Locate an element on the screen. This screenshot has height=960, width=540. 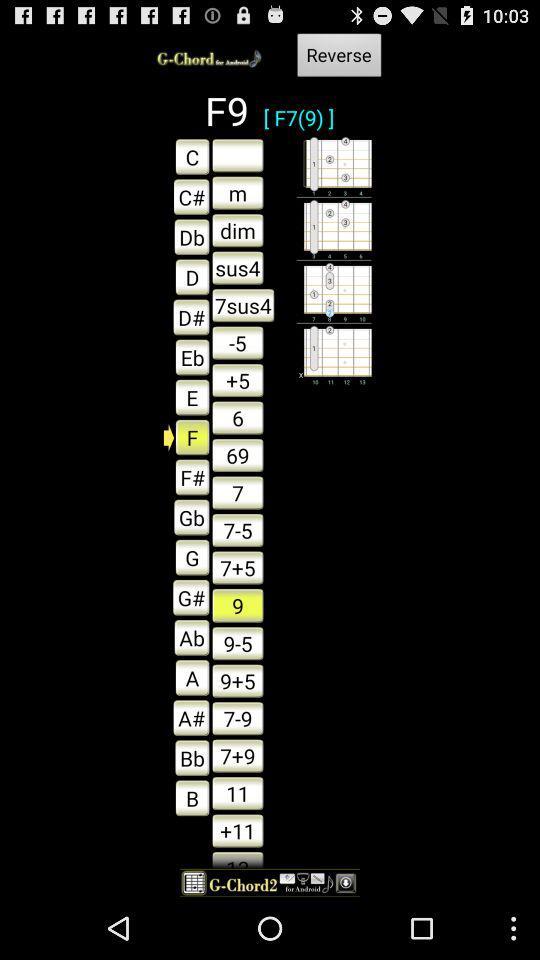
the button which is next to the c is located at coordinates (237, 154).